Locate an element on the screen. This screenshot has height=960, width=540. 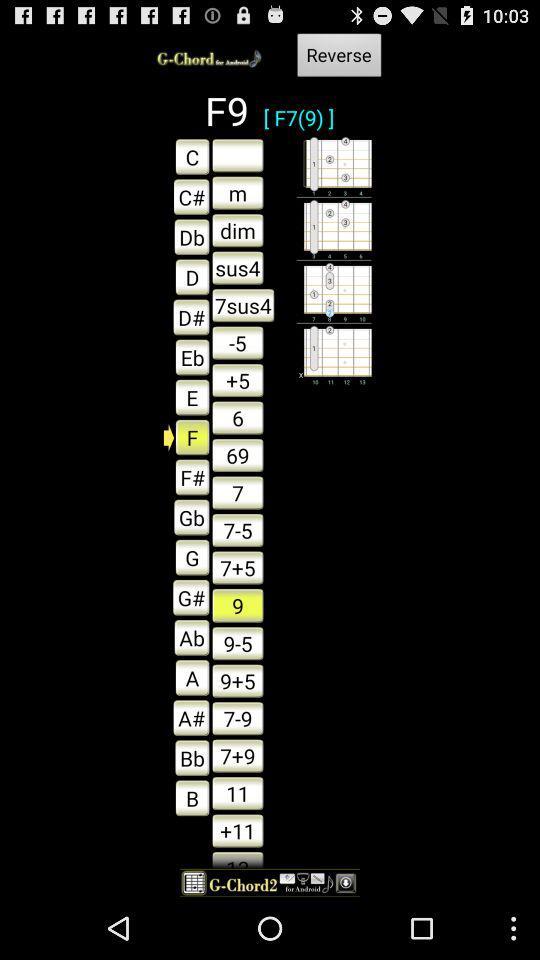
the button which is next to the c is located at coordinates (237, 154).